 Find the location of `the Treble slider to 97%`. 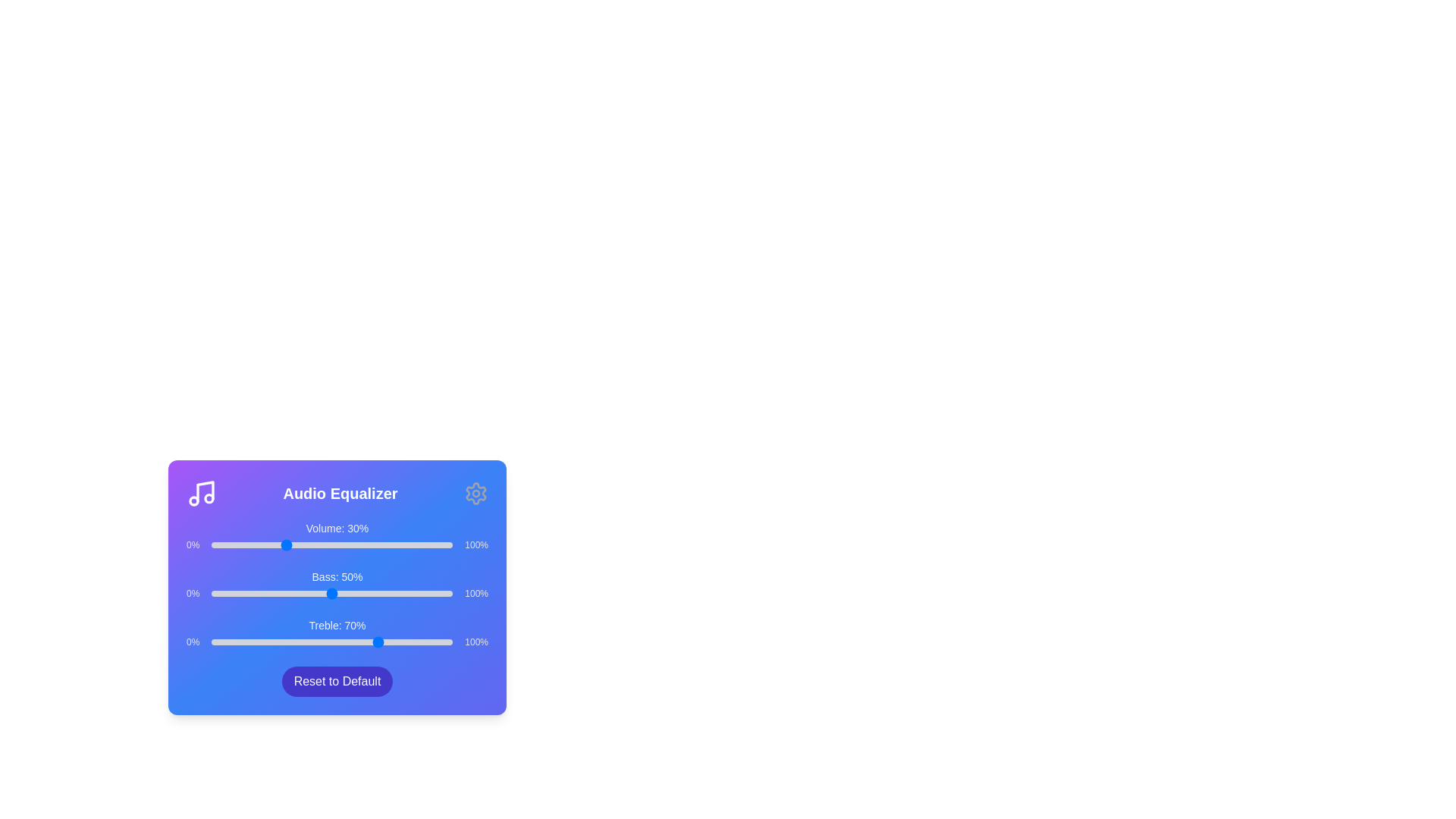

the Treble slider to 97% is located at coordinates (444, 642).